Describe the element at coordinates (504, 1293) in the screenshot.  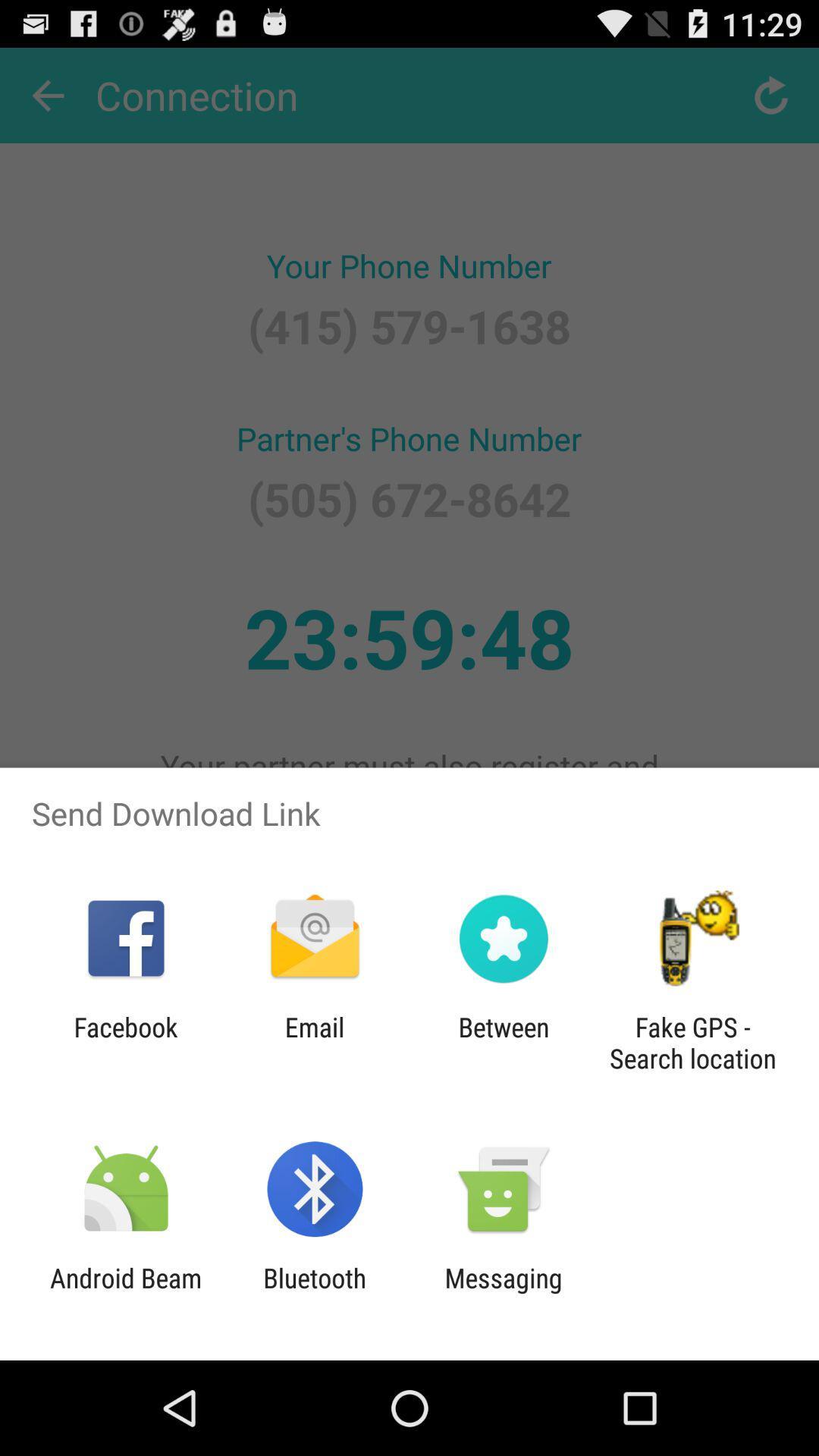
I see `messaging app` at that location.